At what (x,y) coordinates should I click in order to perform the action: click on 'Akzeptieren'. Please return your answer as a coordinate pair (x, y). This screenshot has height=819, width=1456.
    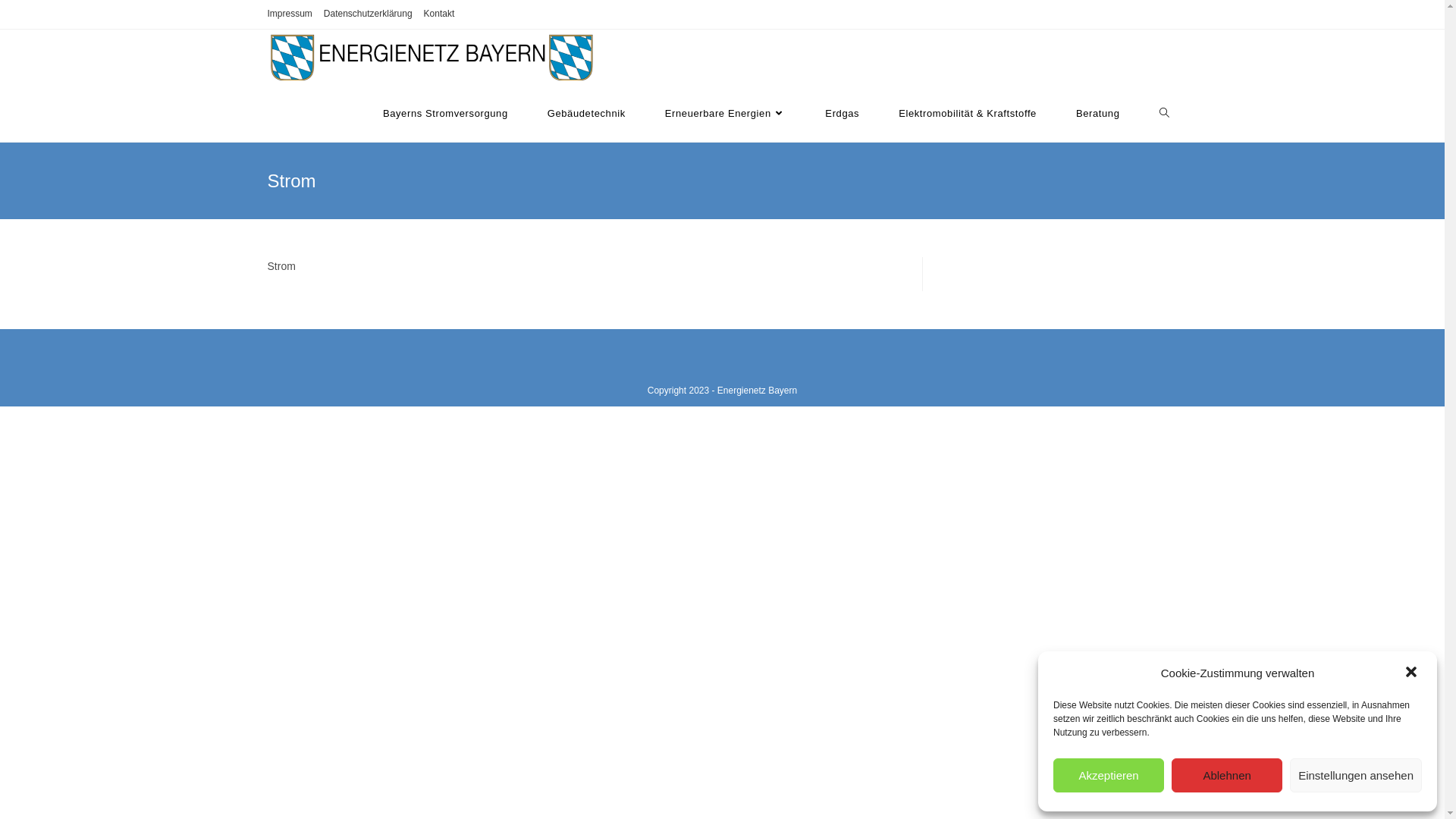
    Looking at the image, I should click on (1052, 775).